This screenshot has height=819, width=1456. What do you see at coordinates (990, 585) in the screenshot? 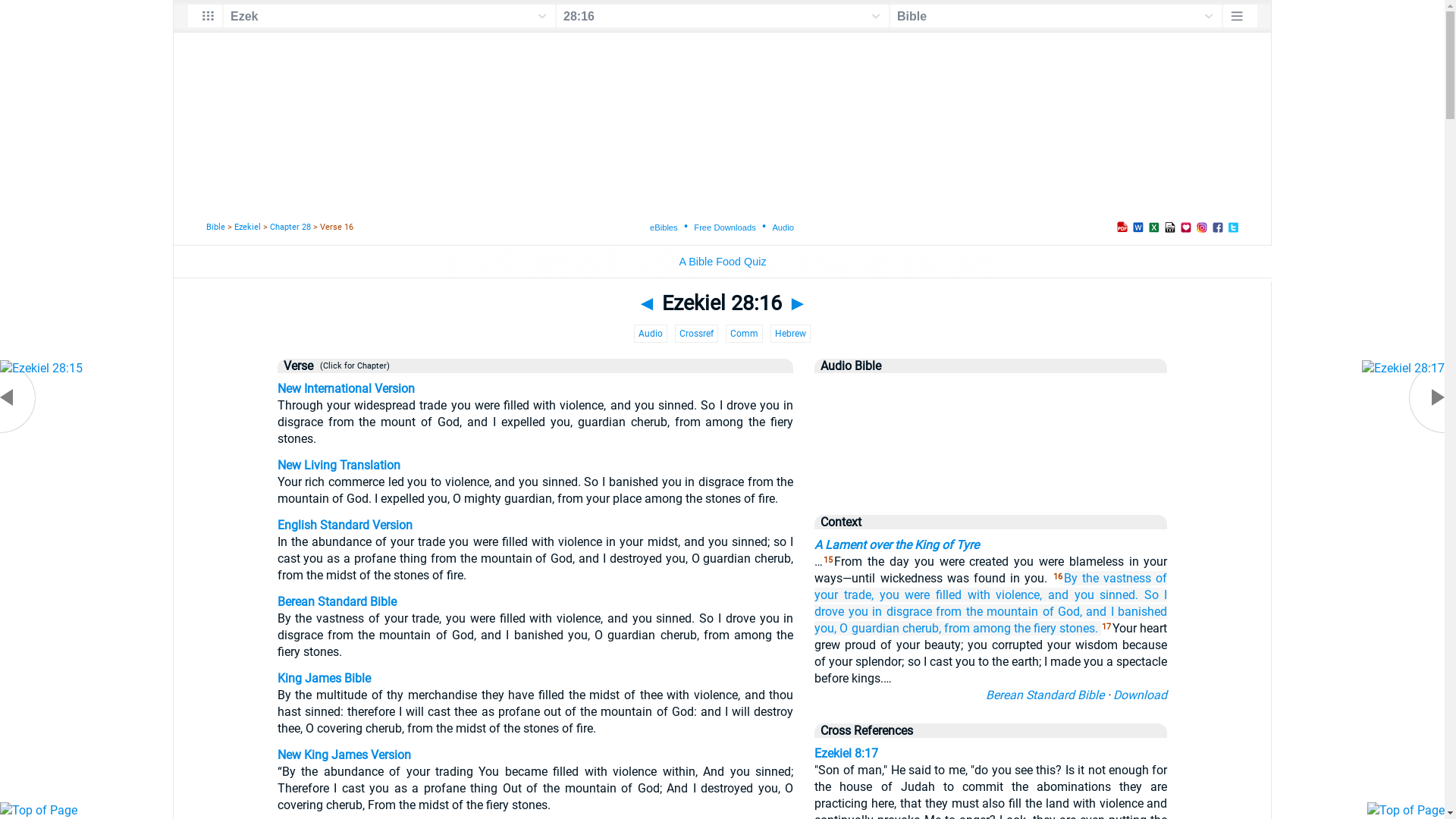
I see `'of your trade,'` at bounding box center [990, 585].